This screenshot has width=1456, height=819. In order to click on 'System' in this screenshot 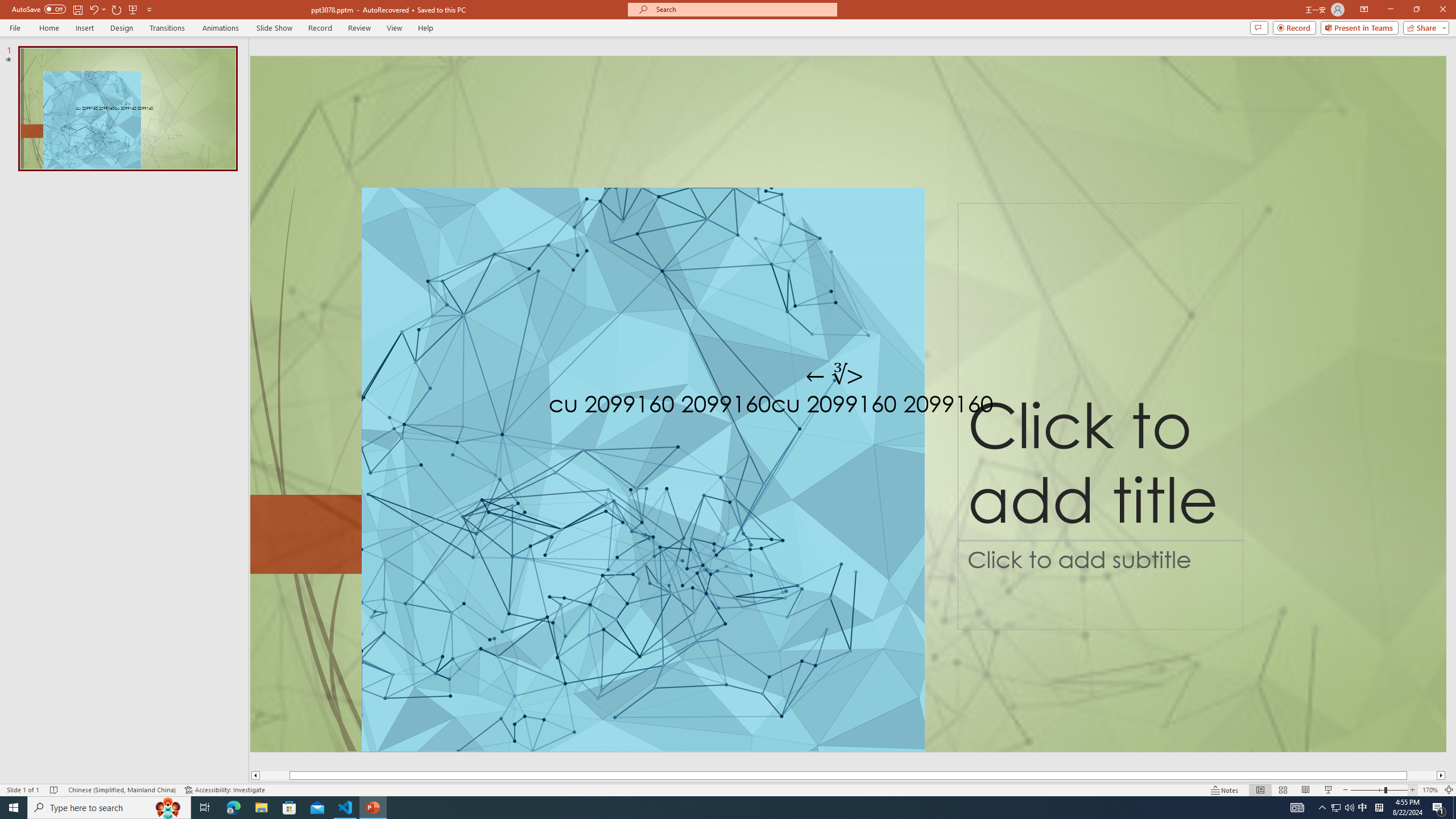, I will do `click(6, 5)`.